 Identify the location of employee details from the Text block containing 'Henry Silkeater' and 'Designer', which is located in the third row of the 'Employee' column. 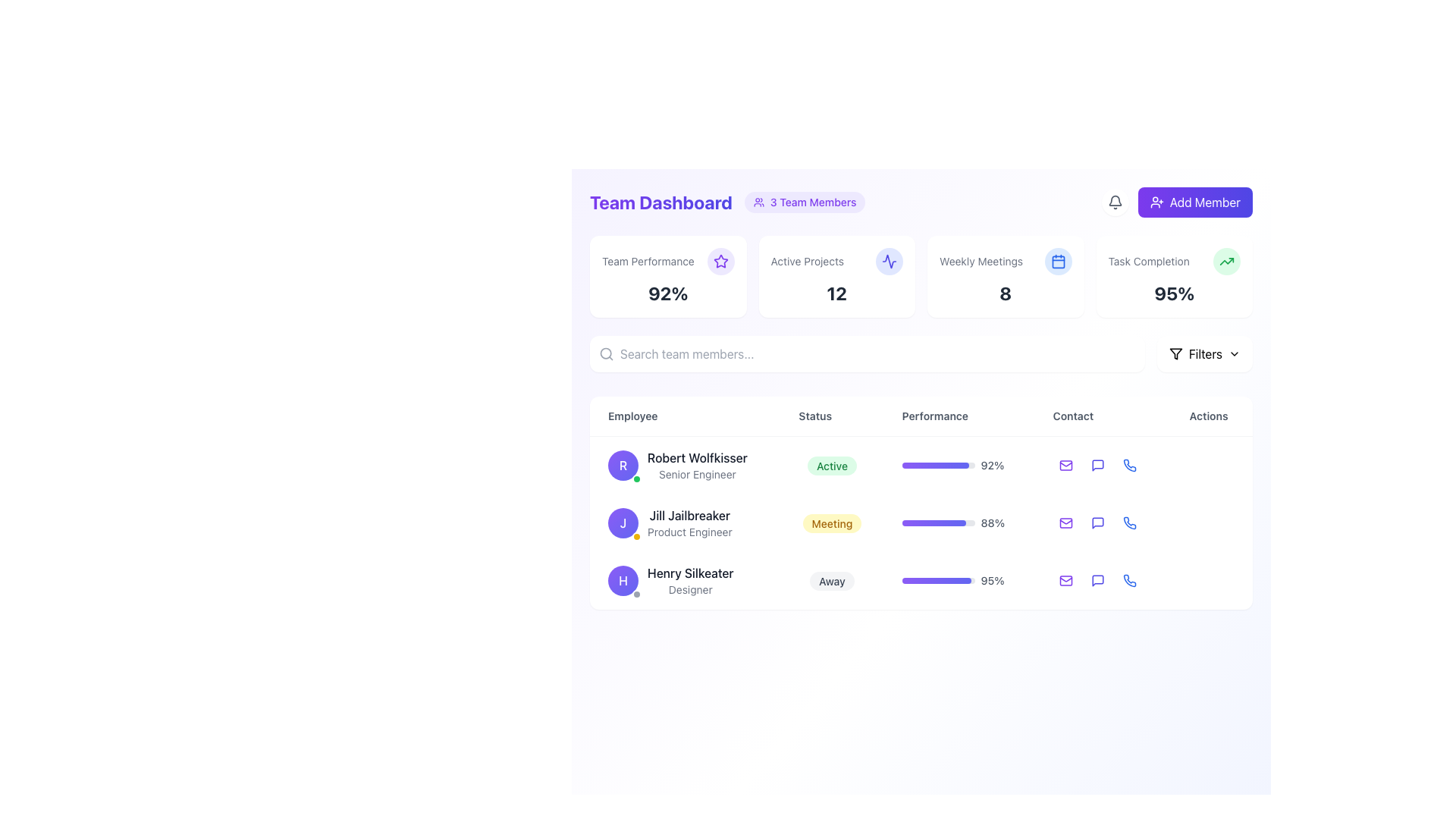
(684, 580).